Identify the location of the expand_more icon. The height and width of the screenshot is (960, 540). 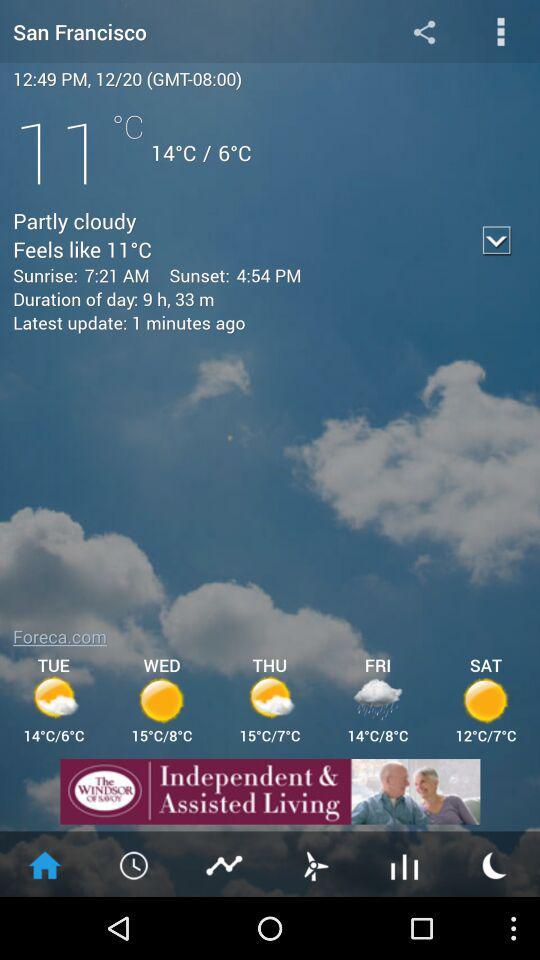
(496, 256).